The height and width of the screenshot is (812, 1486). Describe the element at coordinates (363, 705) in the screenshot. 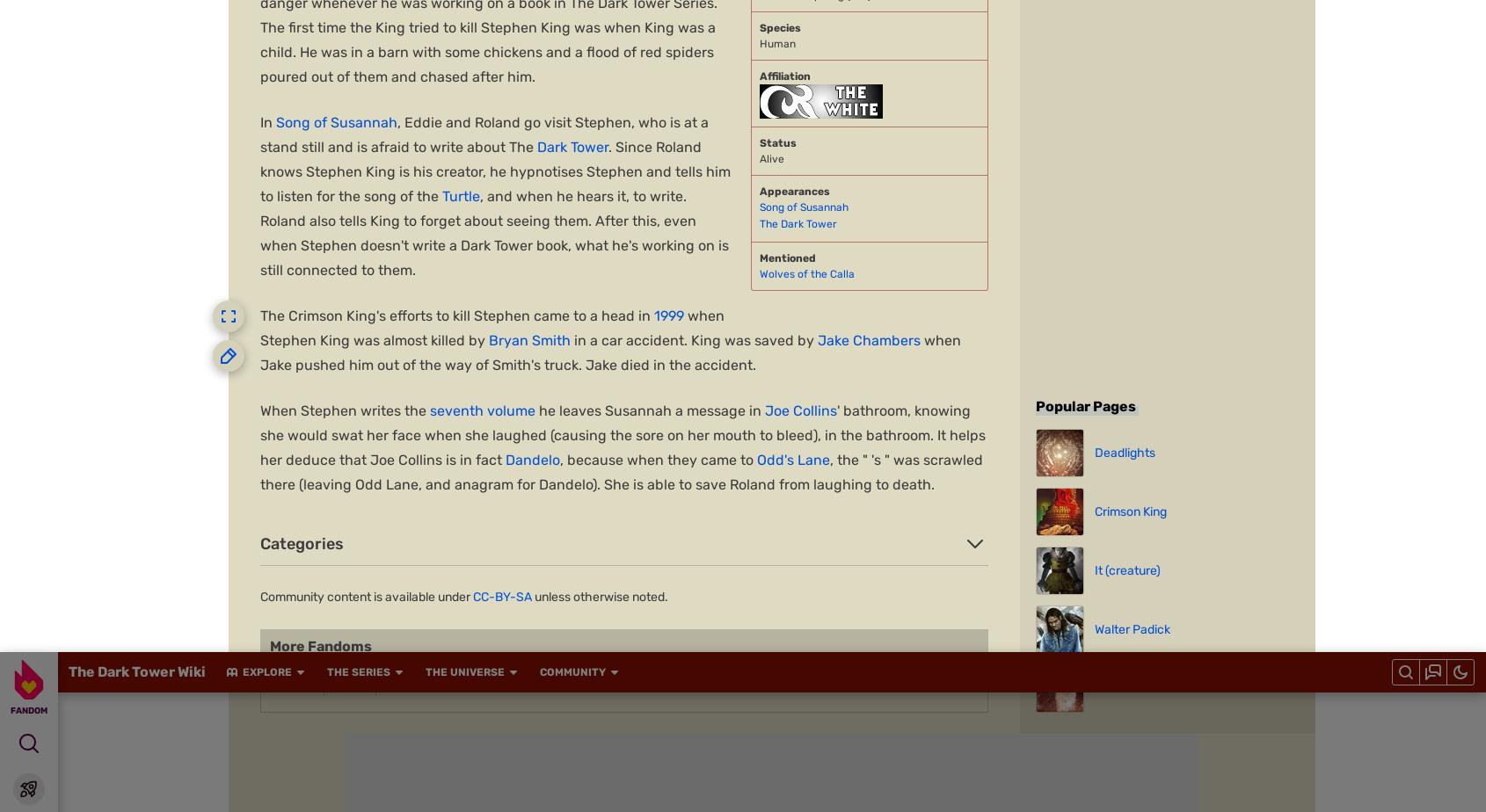

I see `'Muthead'` at that location.